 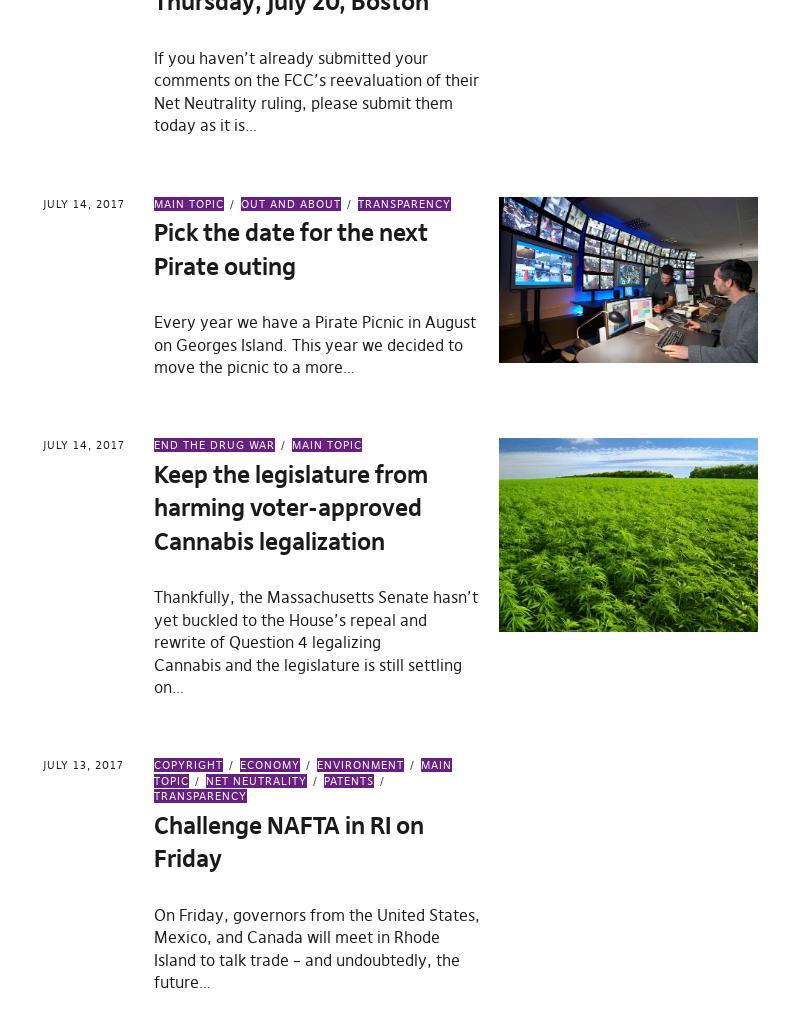 I want to click on 'Environment', so click(x=360, y=764).